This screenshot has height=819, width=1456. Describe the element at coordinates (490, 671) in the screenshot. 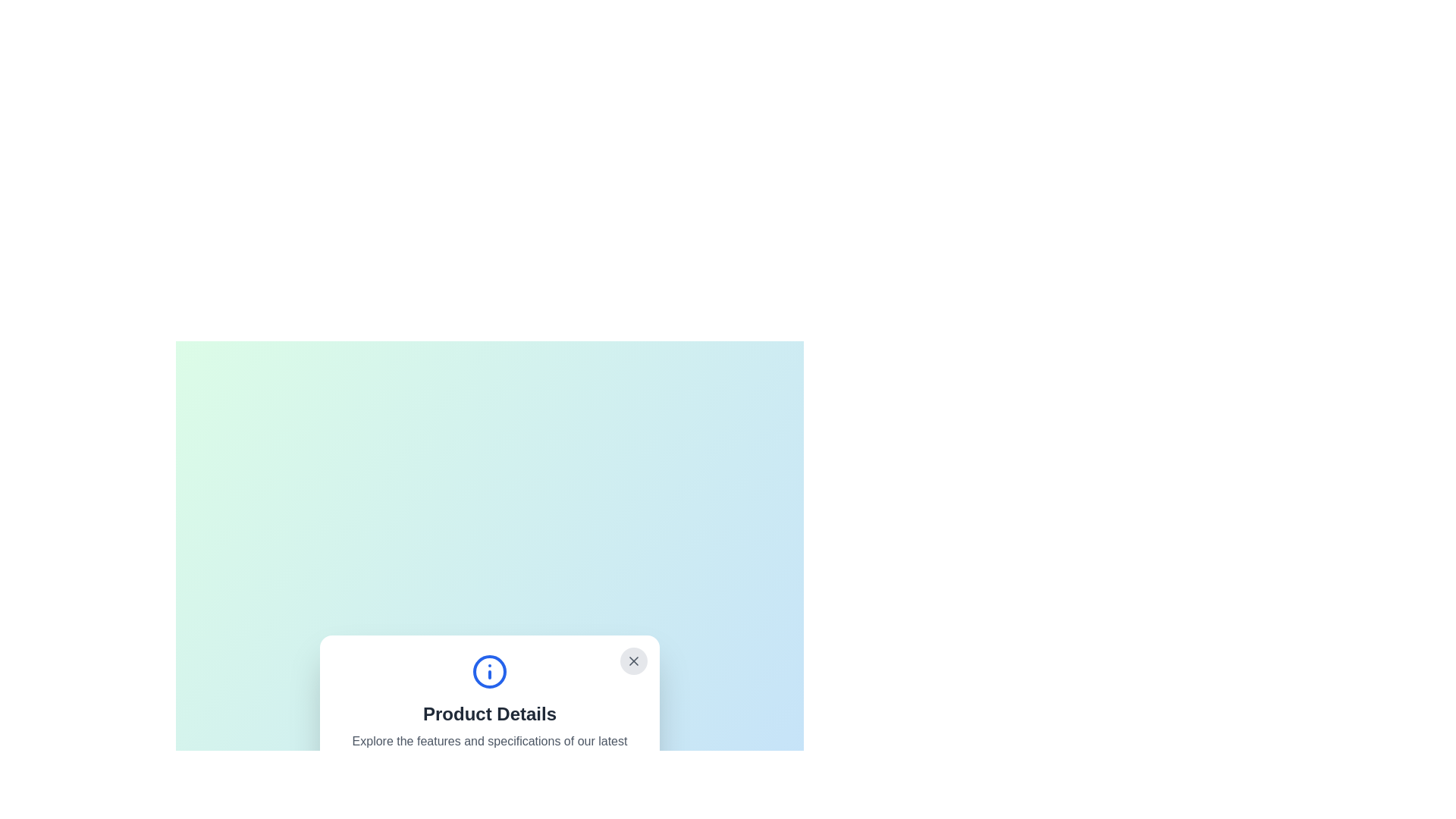

I see `circular graphical element that is part of the 'Product Details' pop-up window for design-related purposes` at that location.